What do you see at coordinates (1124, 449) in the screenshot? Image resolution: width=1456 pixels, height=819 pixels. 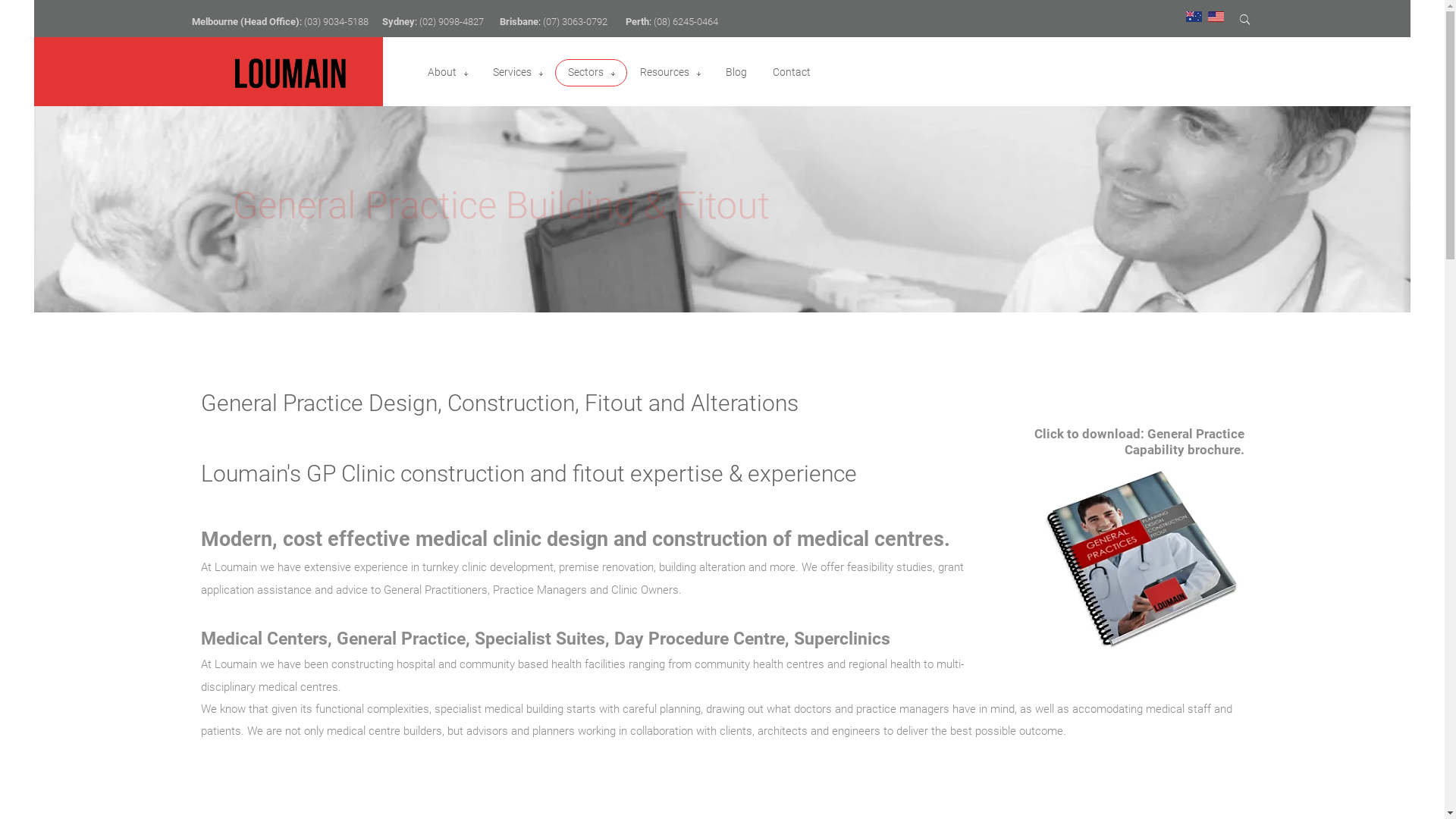 I see `'Capability brochure.'` at bounding box center [1124, 449].